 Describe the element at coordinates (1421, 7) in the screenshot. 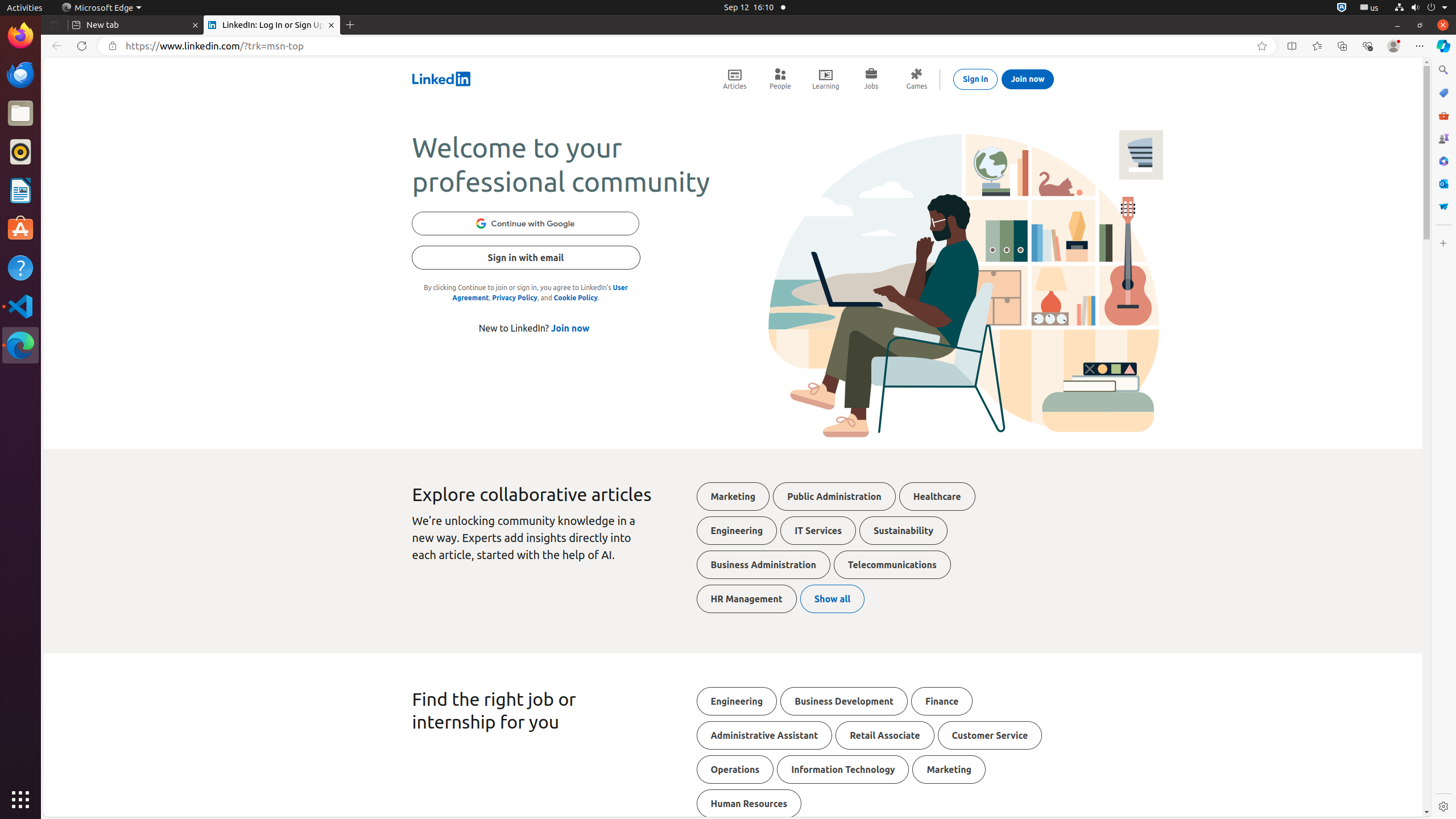

I see `'System'` at that location.